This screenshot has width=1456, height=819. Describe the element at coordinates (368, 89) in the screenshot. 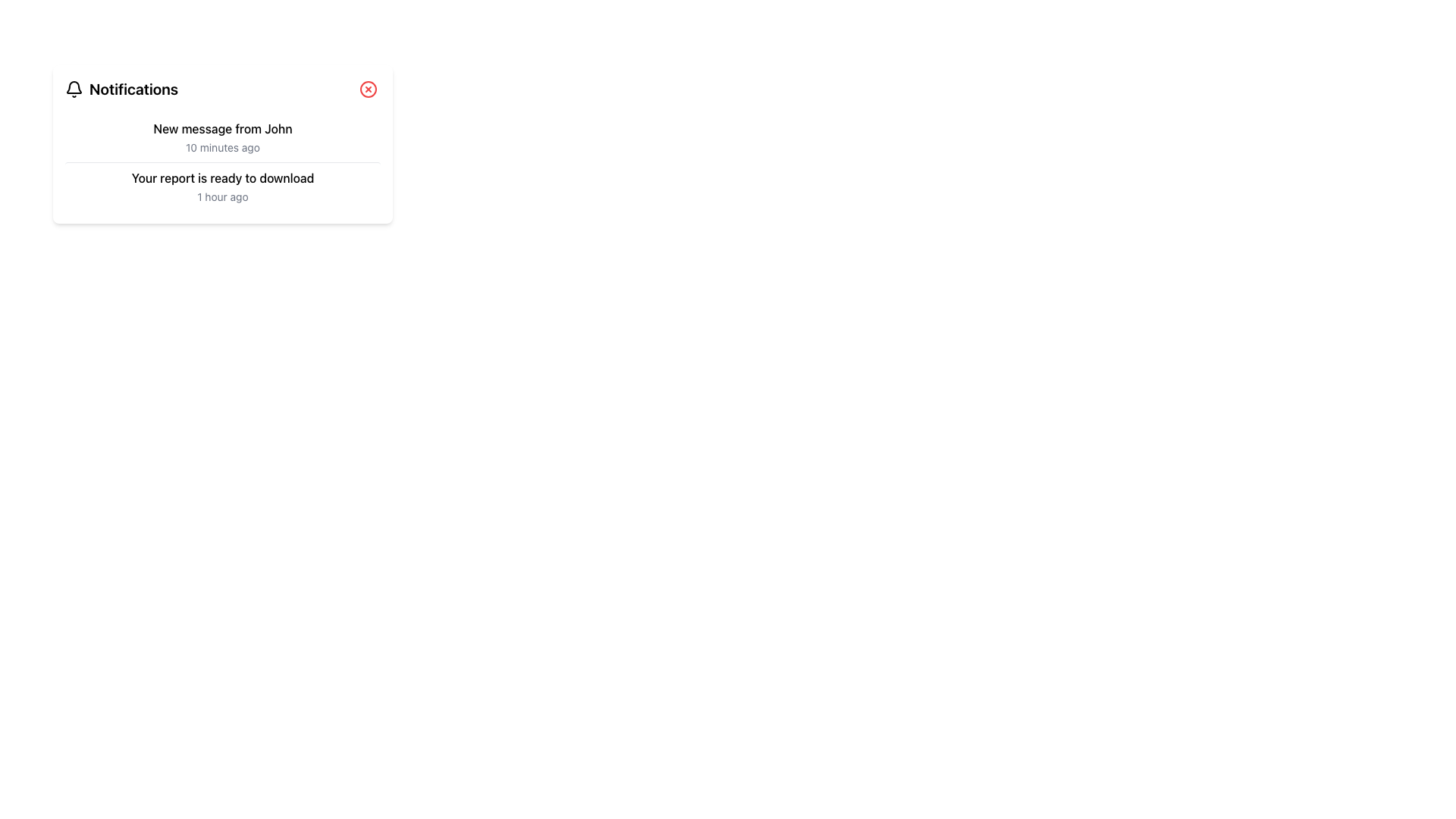

I see `the close (X) icon within the notification box, which is visually represented by an SVG component located at the top right of the notification area` at that location.